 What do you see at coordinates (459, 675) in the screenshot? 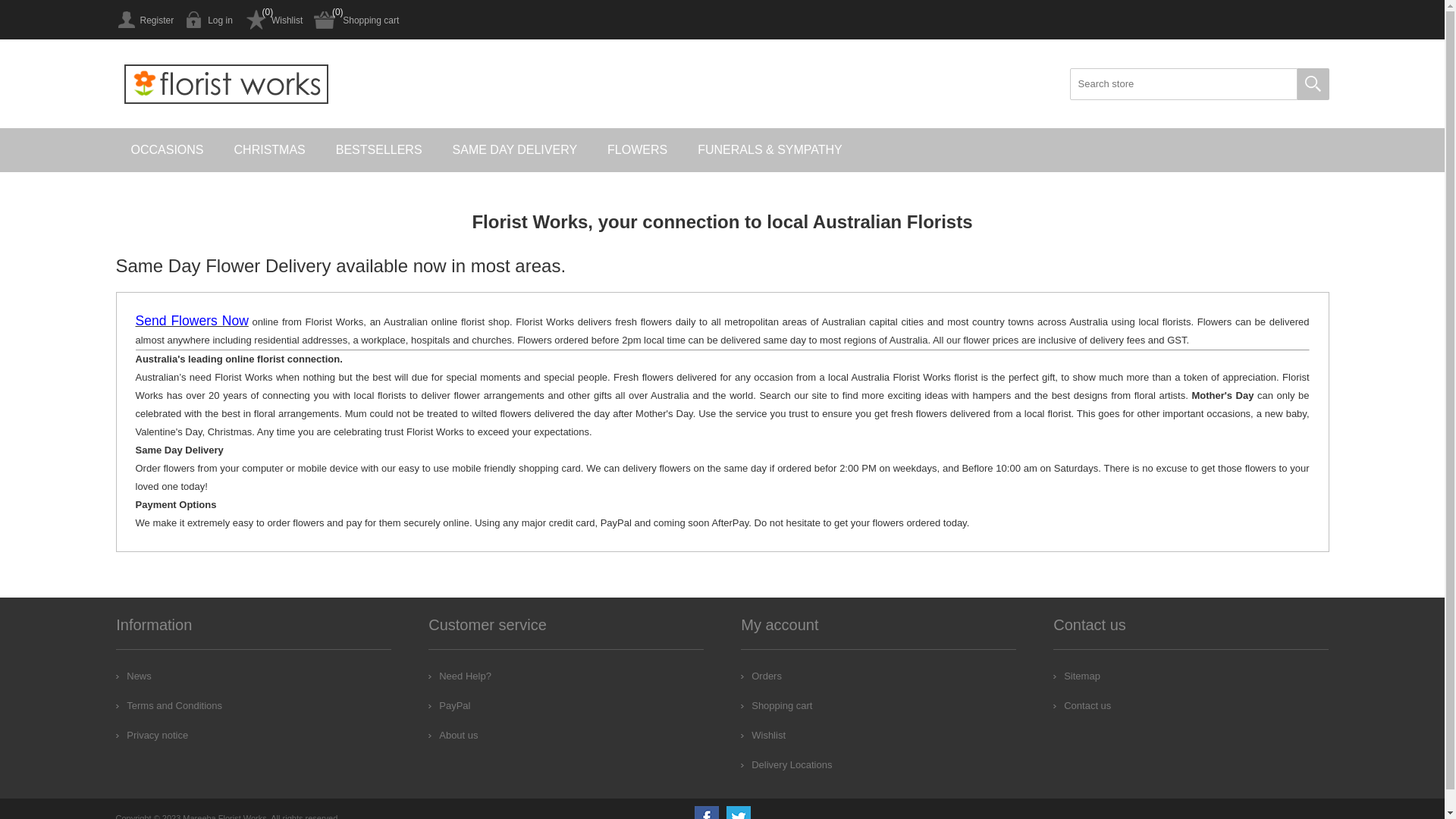
I see `'Need Help?'` at bounding box center [459, 675].